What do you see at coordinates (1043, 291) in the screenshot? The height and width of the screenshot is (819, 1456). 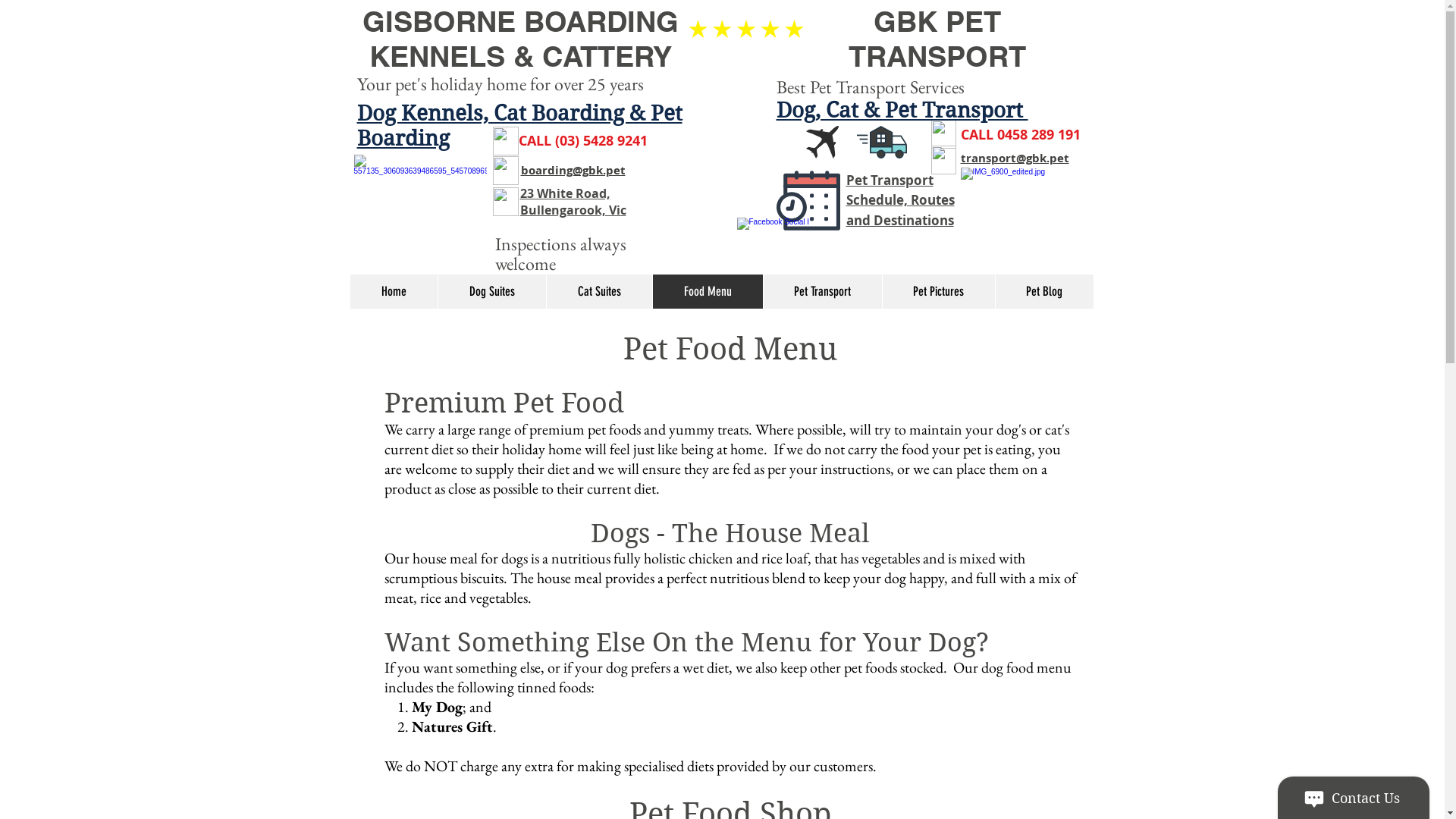 I see `'Pet Blog'` at bounding box center [1043, 291].